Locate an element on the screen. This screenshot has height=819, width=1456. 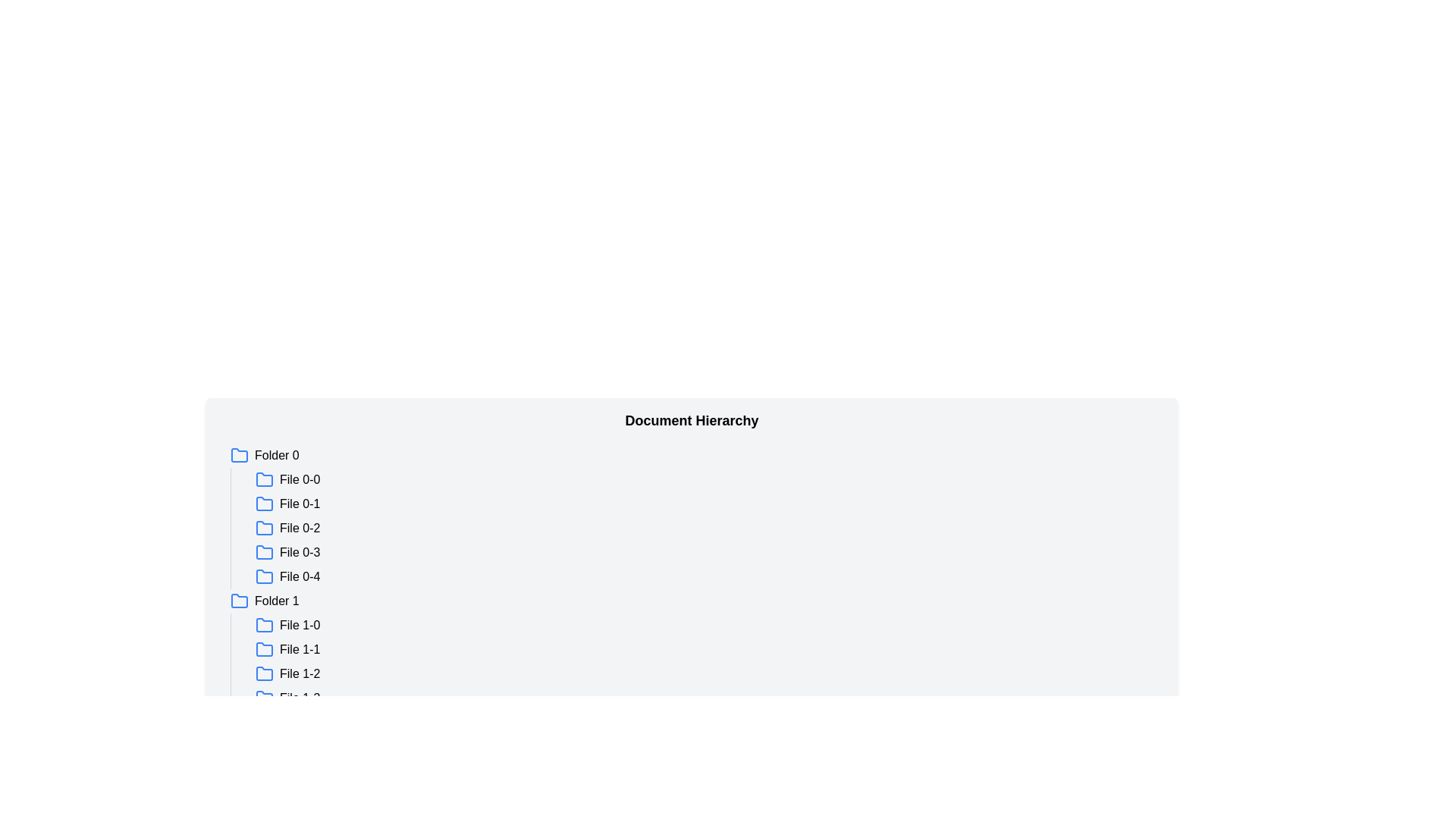
the folder icon labeled 'File 1-2' is located at coordinates (265, 672).